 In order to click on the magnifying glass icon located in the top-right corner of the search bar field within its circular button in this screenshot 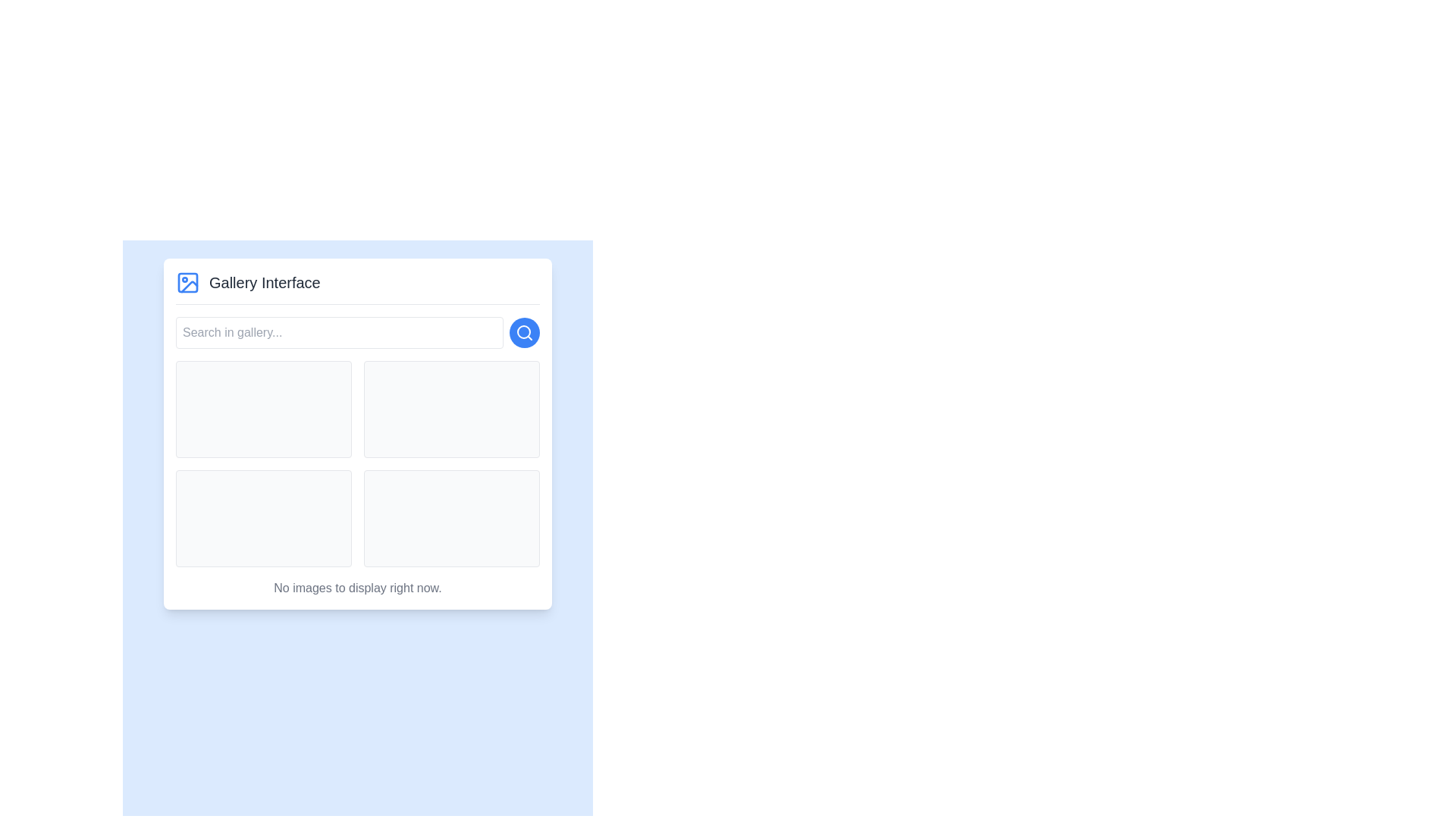, I will do `click(524, 332)`.